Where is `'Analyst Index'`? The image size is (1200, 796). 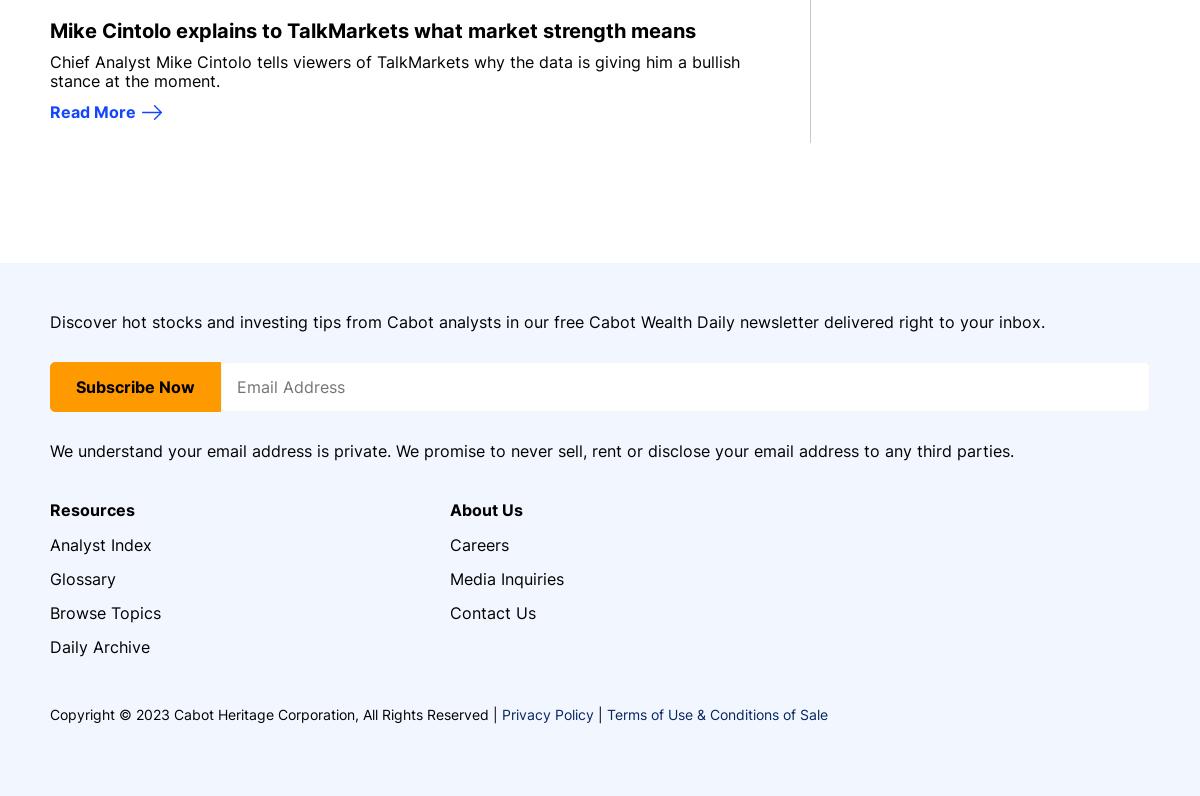
'Analyst Index' is located at coordinates (101, 542).